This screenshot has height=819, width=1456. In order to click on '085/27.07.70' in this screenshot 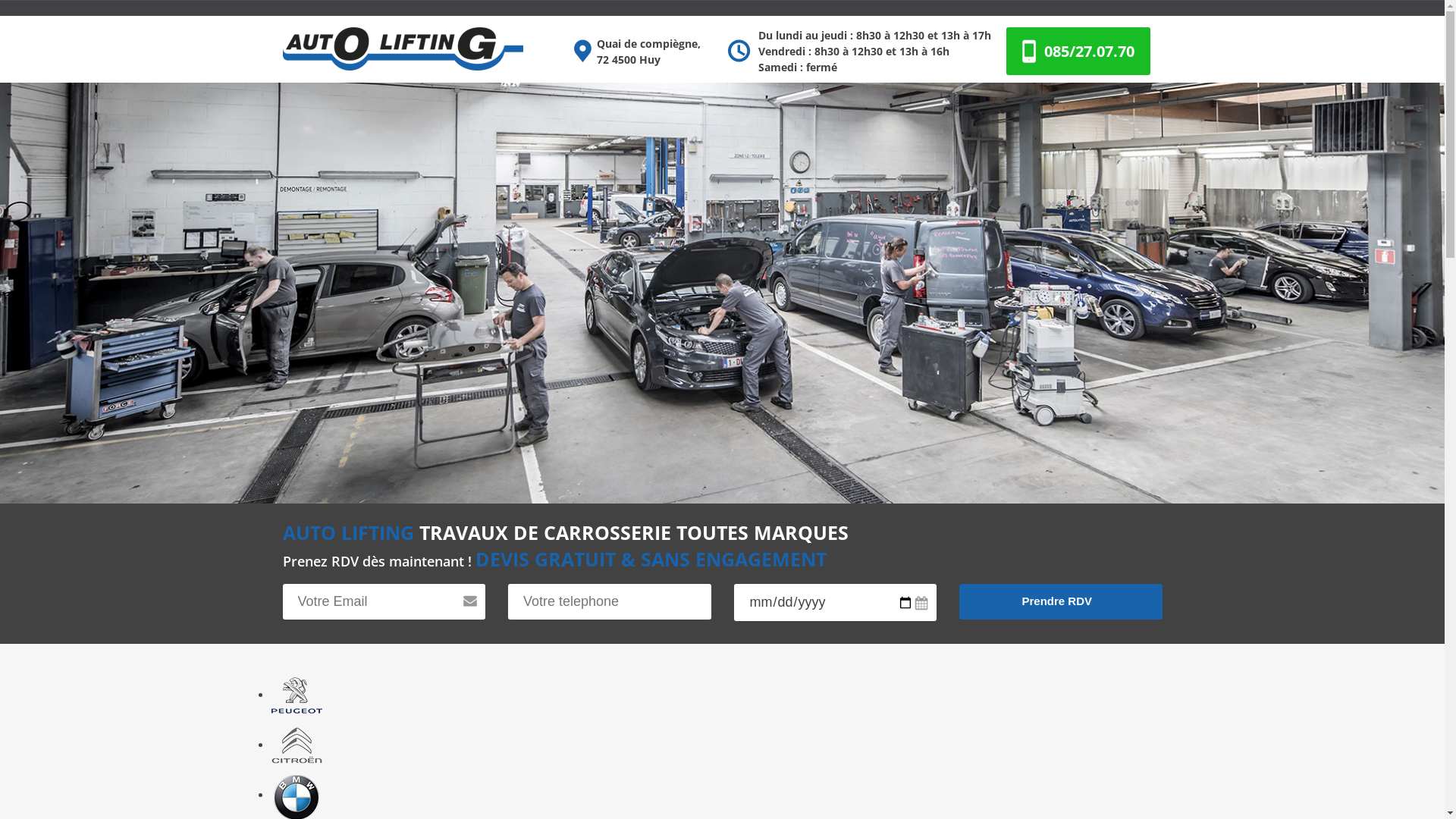, I will do `click(1088, 49)`.